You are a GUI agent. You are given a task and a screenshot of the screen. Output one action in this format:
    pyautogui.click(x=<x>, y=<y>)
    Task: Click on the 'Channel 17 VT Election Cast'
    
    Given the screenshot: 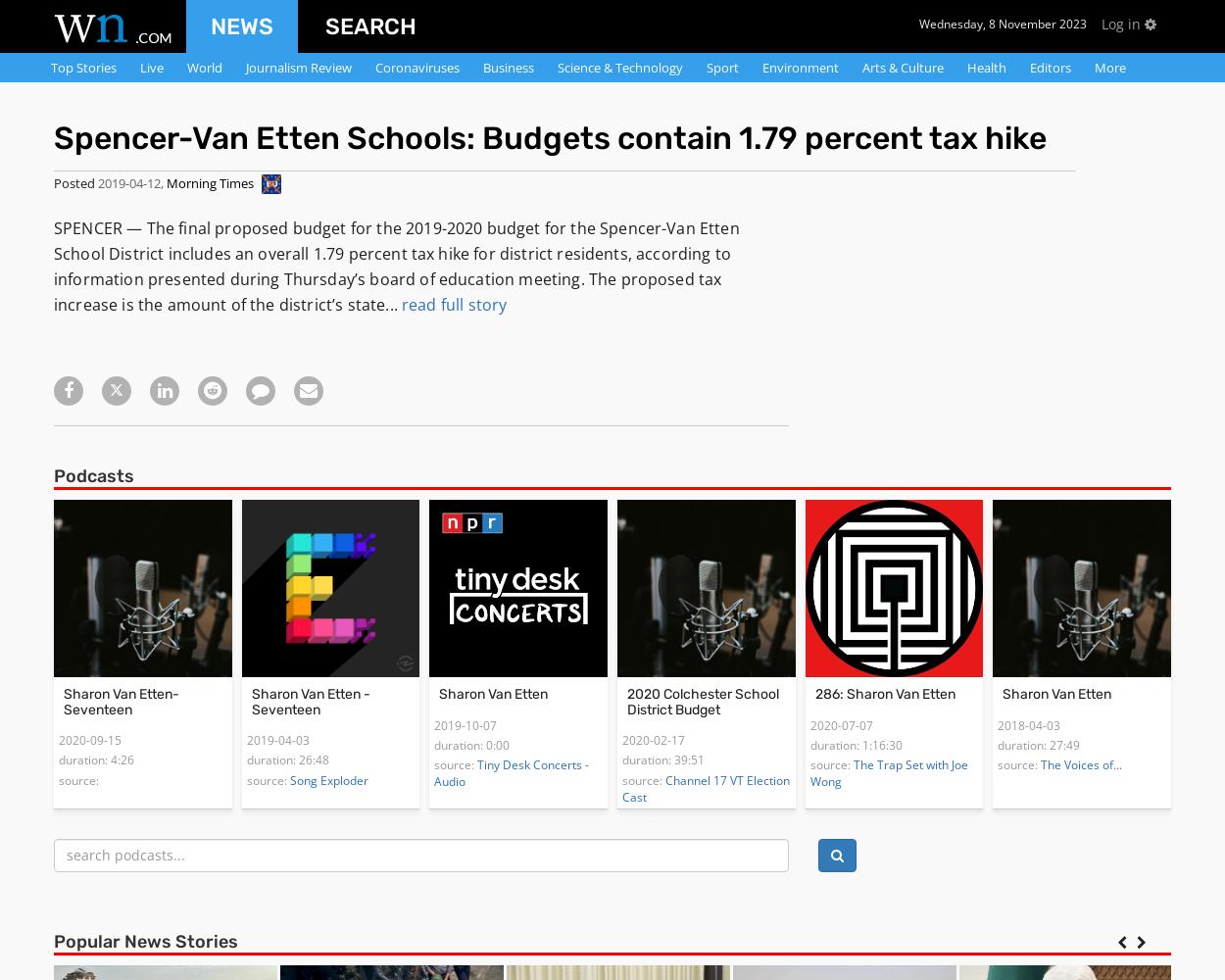 What is the action you would take?
    pyautogui.click(x=705, y=788)
    